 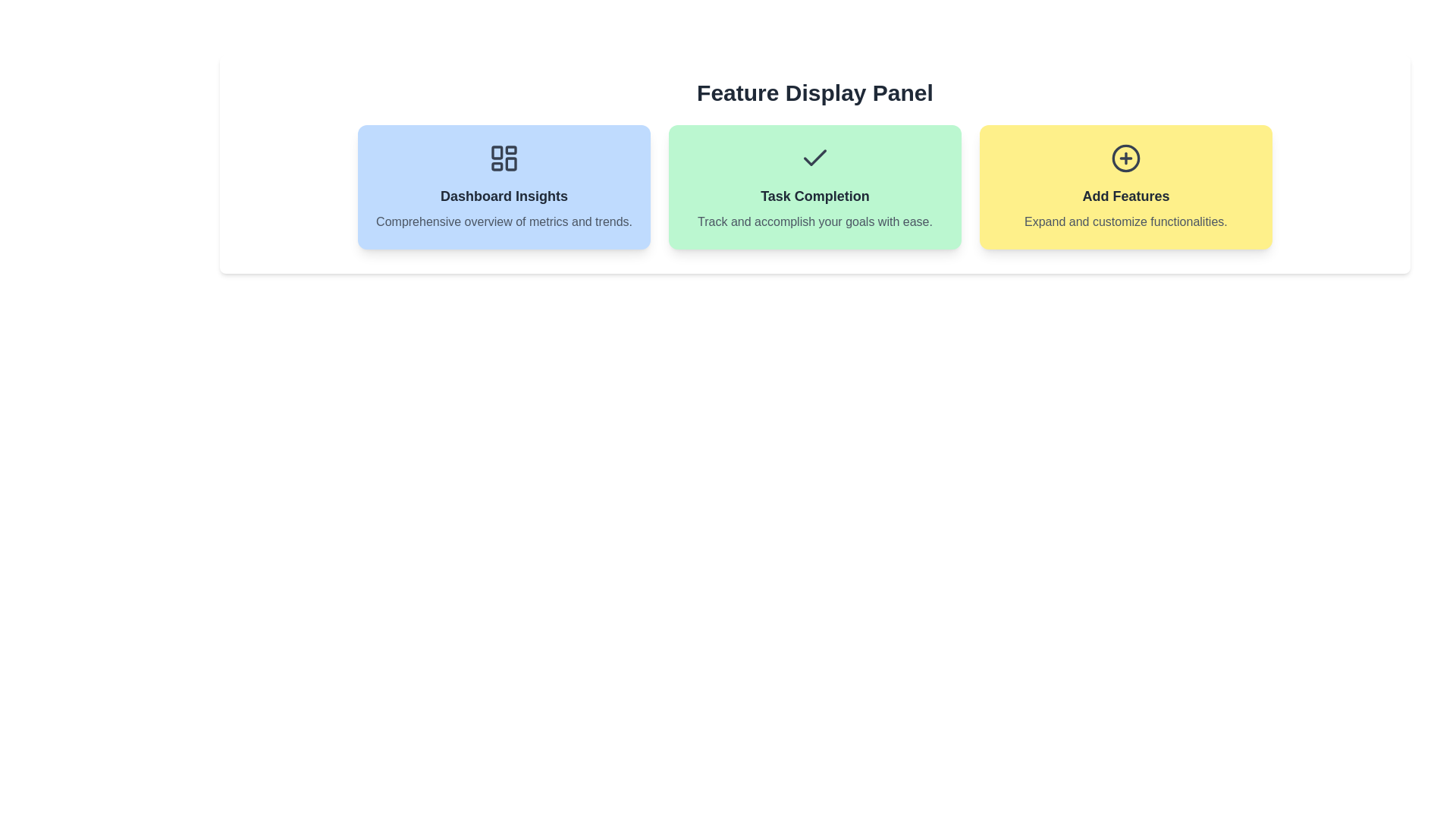 I want to click on the text label that prominently displays 'Dashboard Insights', which is styled with a bold font and a dark gray color against a light blue background, so click(x=504, y=195).